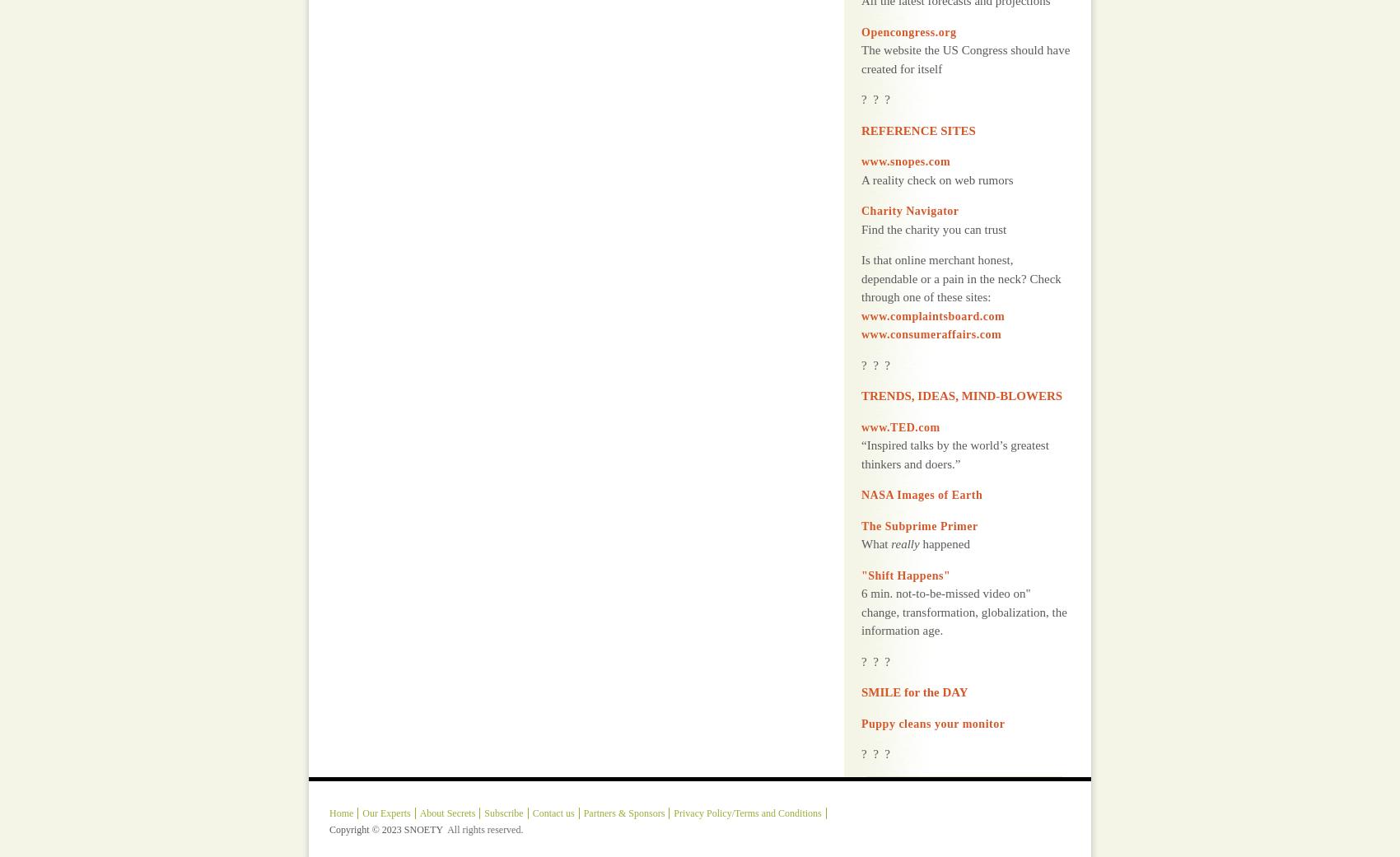  Describe the element at coordinates (446, 771) in the screenshot. I see `'About Secrets'` at that location.